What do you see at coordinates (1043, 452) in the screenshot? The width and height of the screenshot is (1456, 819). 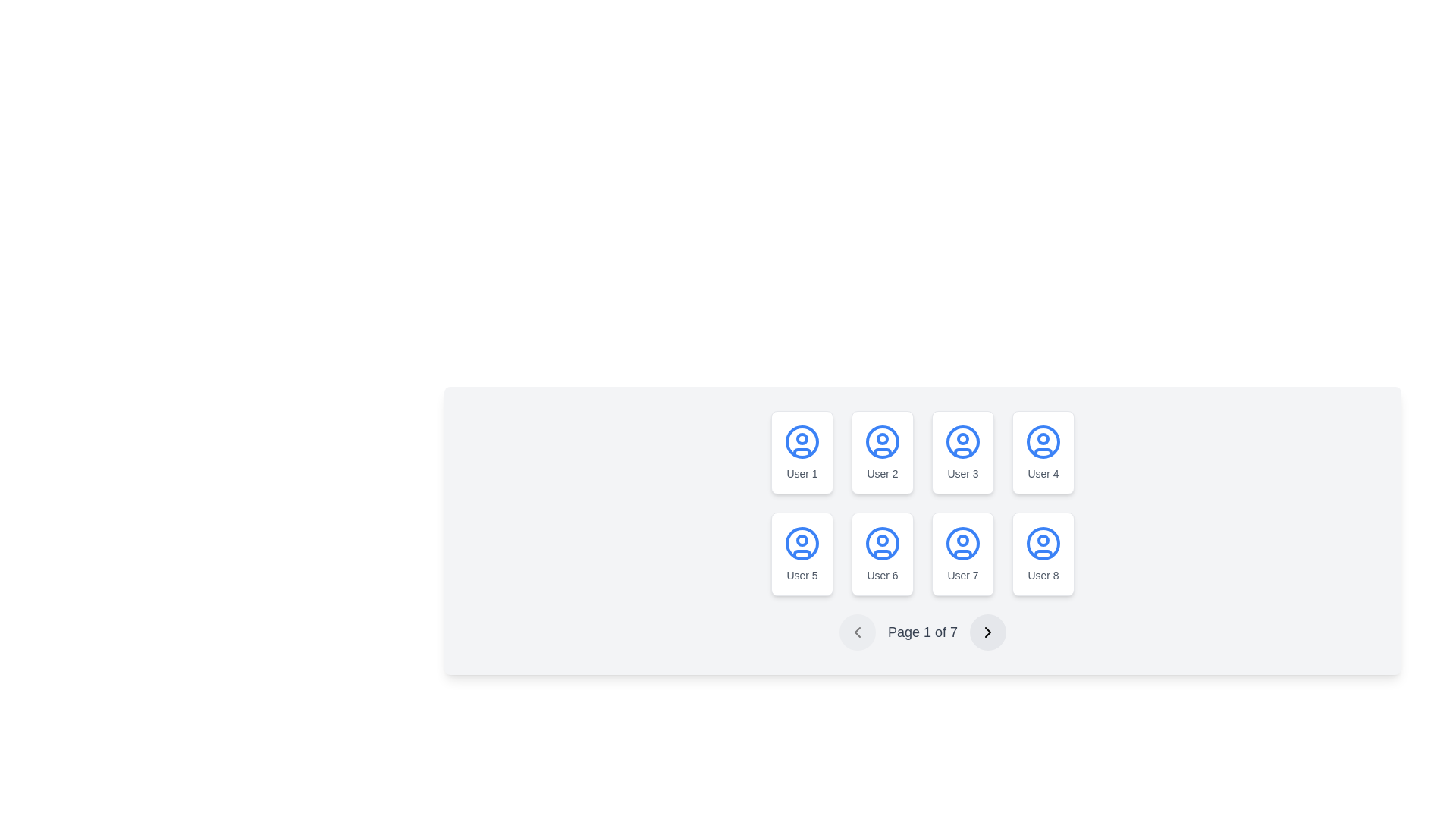 I see `the fourth user card with a white background, rounded corners, and a user avatar icon at the top` at bounding box center [1043, 452].